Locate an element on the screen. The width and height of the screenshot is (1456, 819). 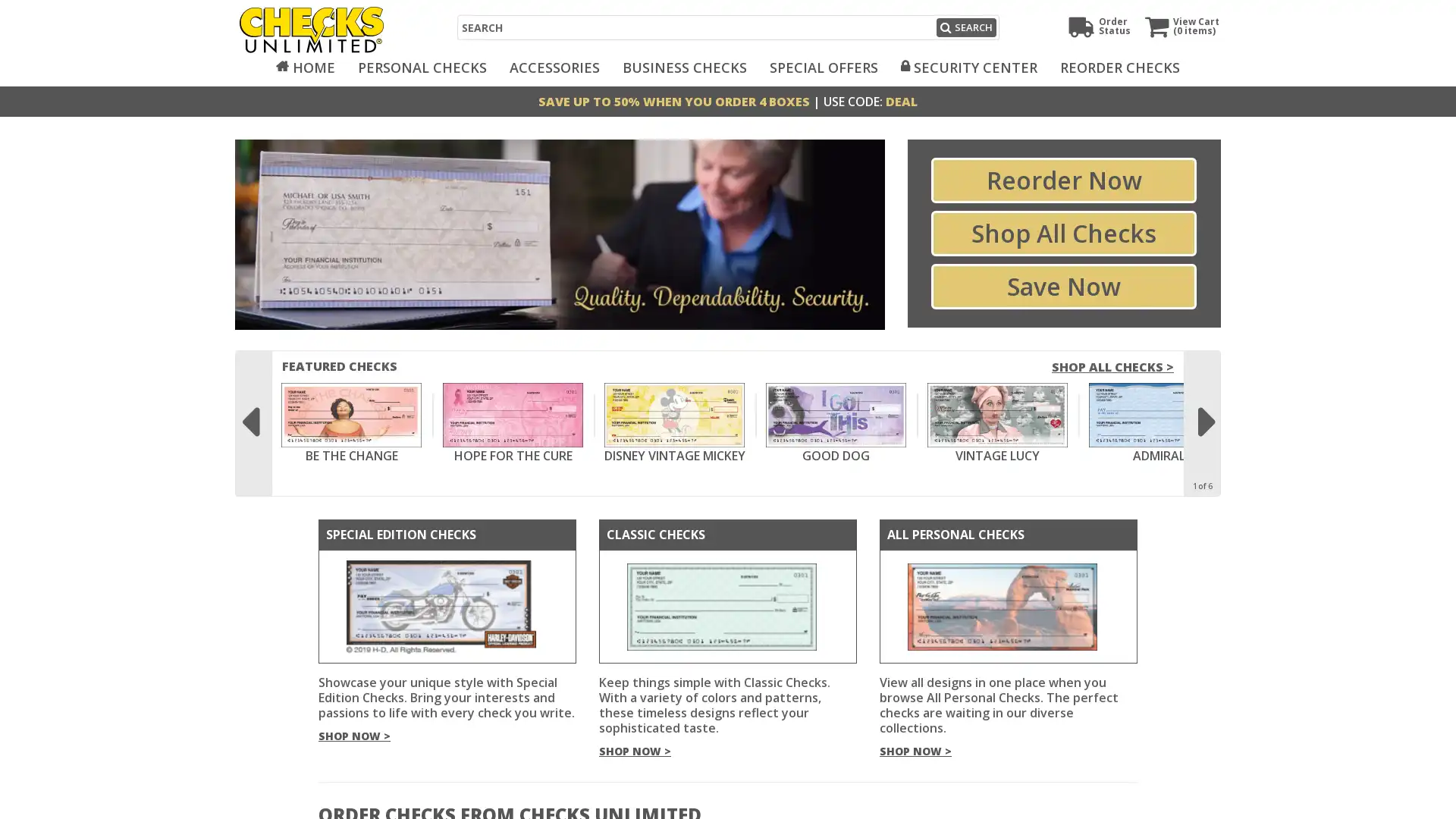
SEARCH is located at coordinates (965, 27).